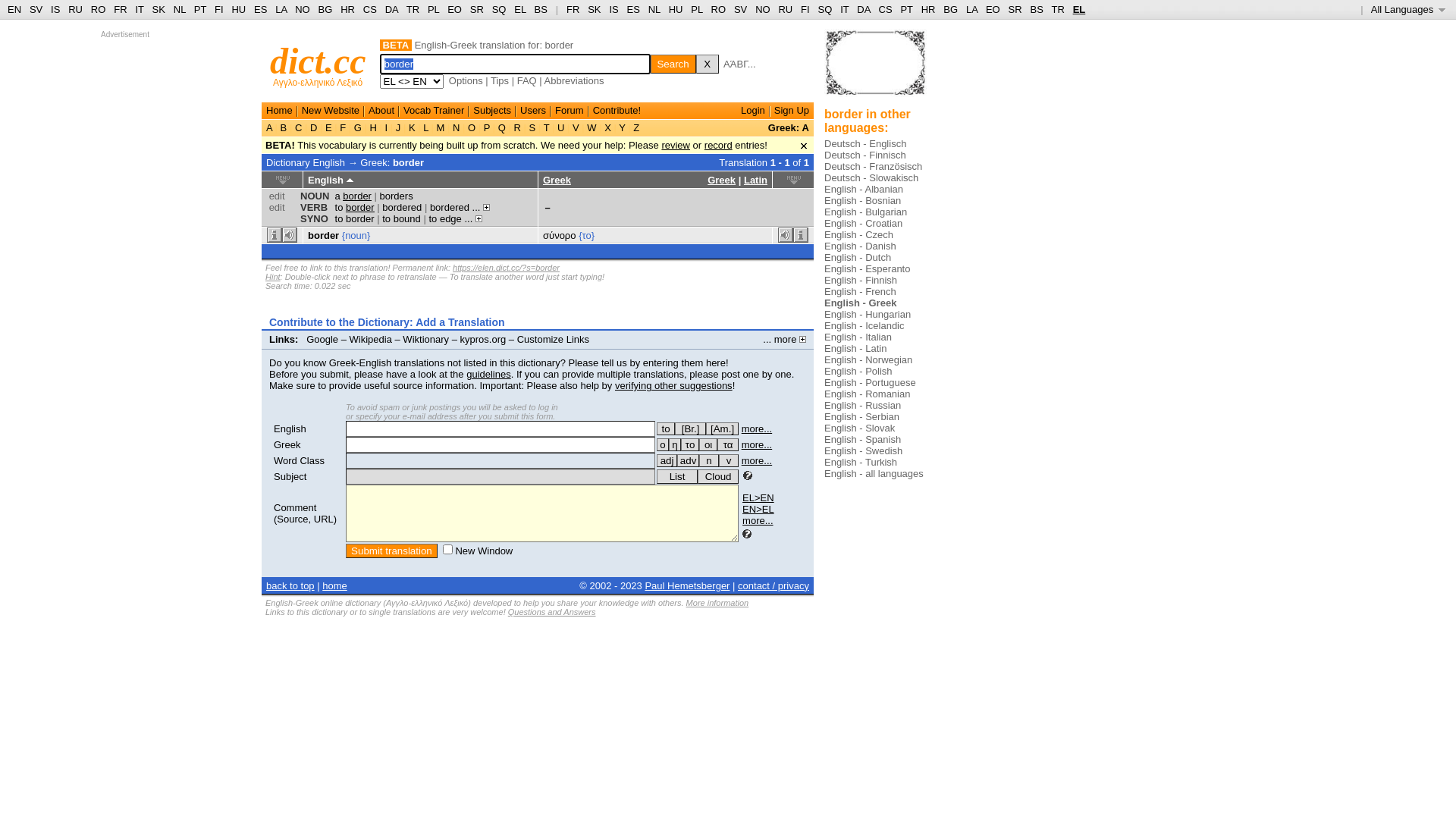 The width and height of the screenshot is (1456, 819). Describe the element at coordinates (373, 127) in the screenshot. I see `'H'` at that location.